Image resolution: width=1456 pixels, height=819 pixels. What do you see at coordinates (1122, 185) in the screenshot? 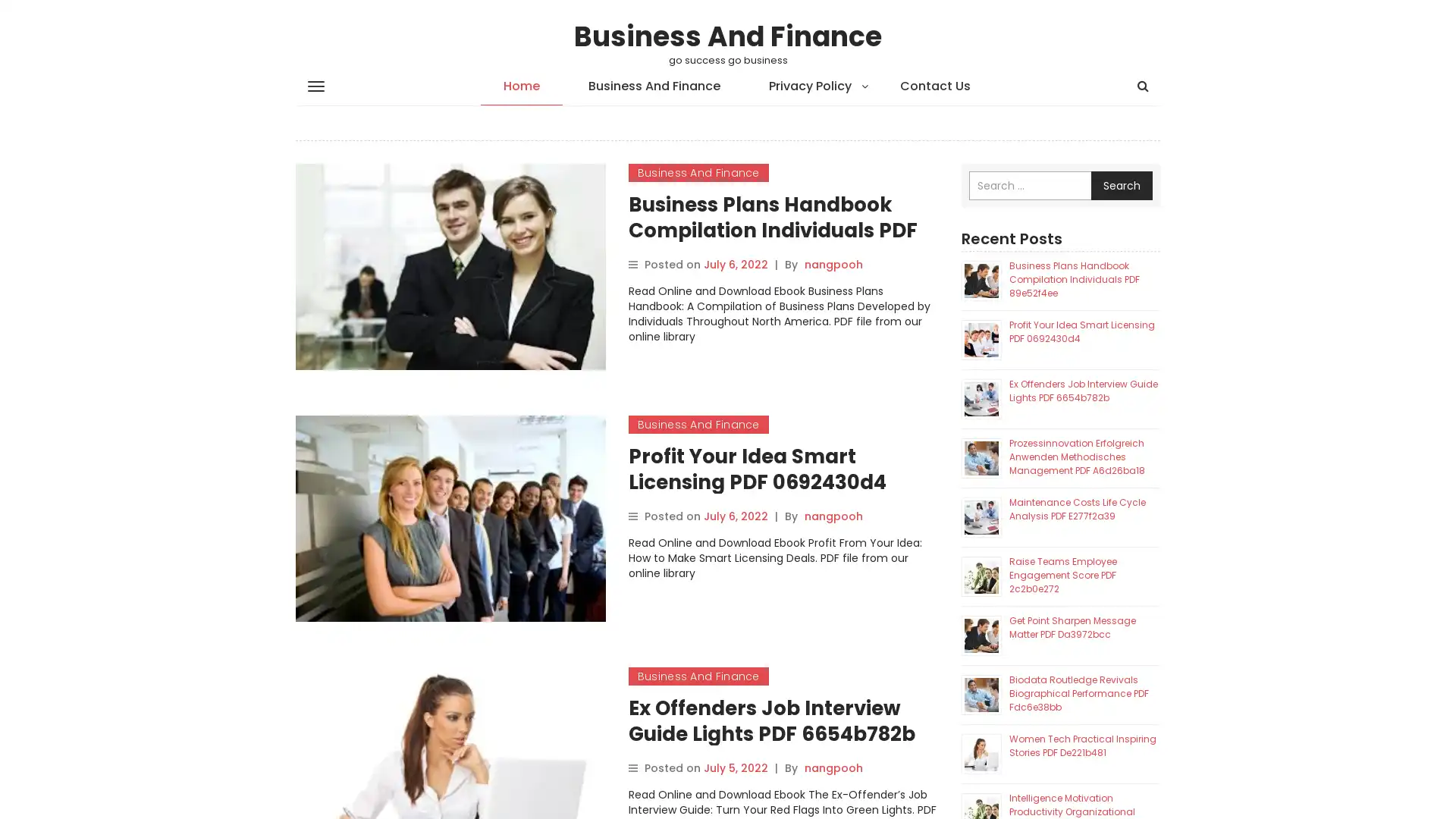
I see `Search` at bounding box center [1122, 185].